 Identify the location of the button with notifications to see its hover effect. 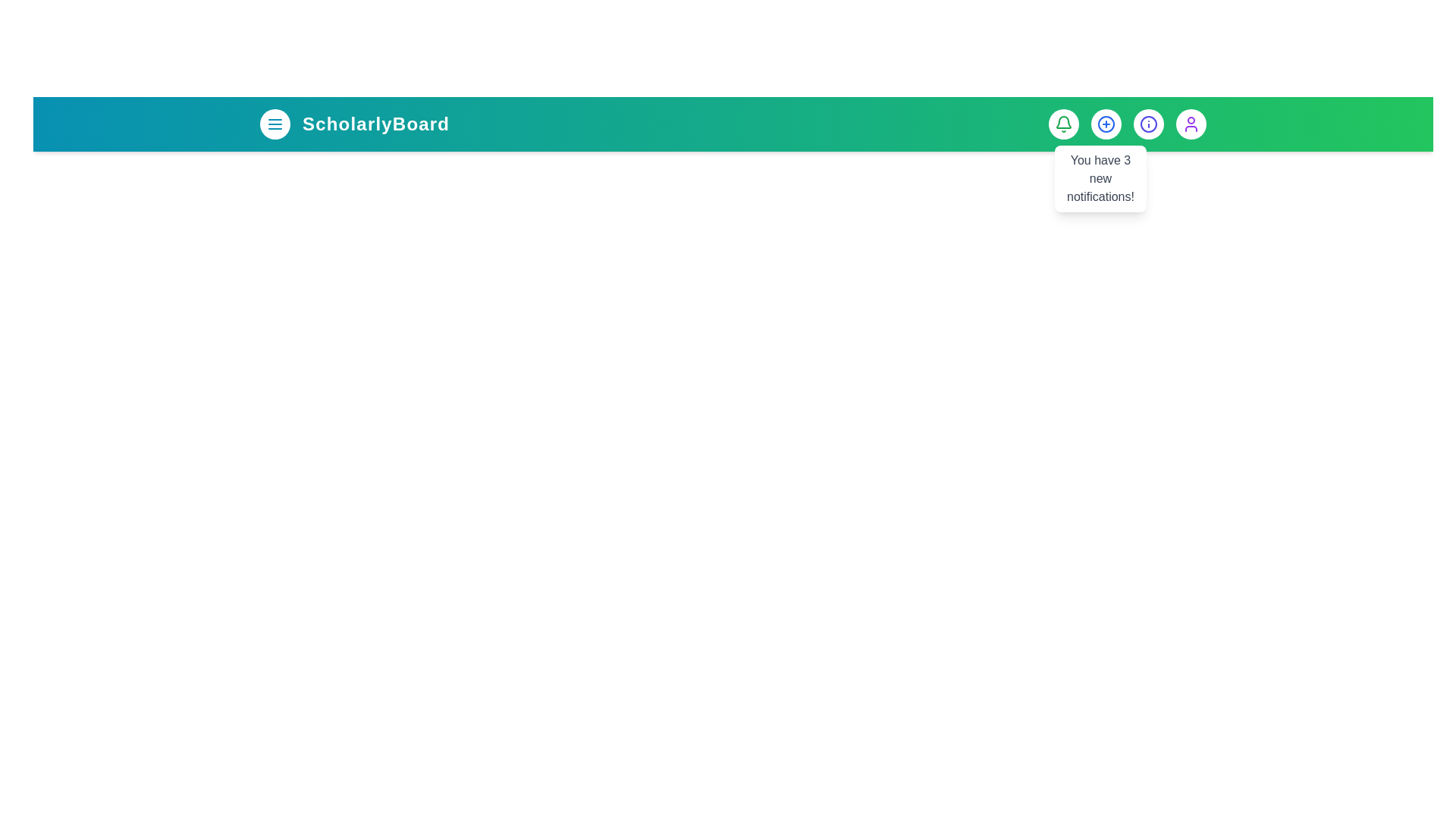
(1062, 124).